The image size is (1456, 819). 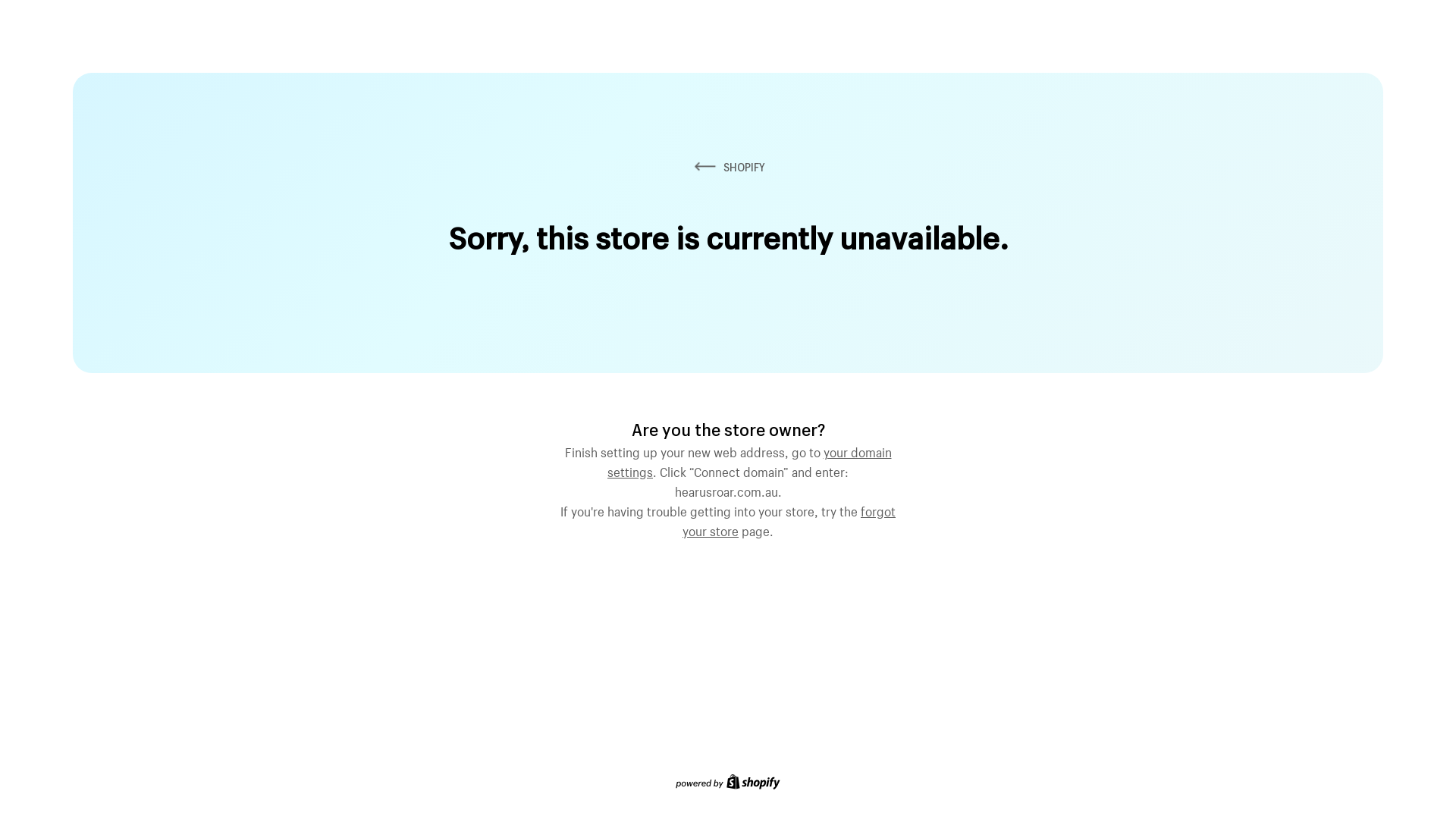 I want to click on 'forgot your store', so click(x=789, y=519).